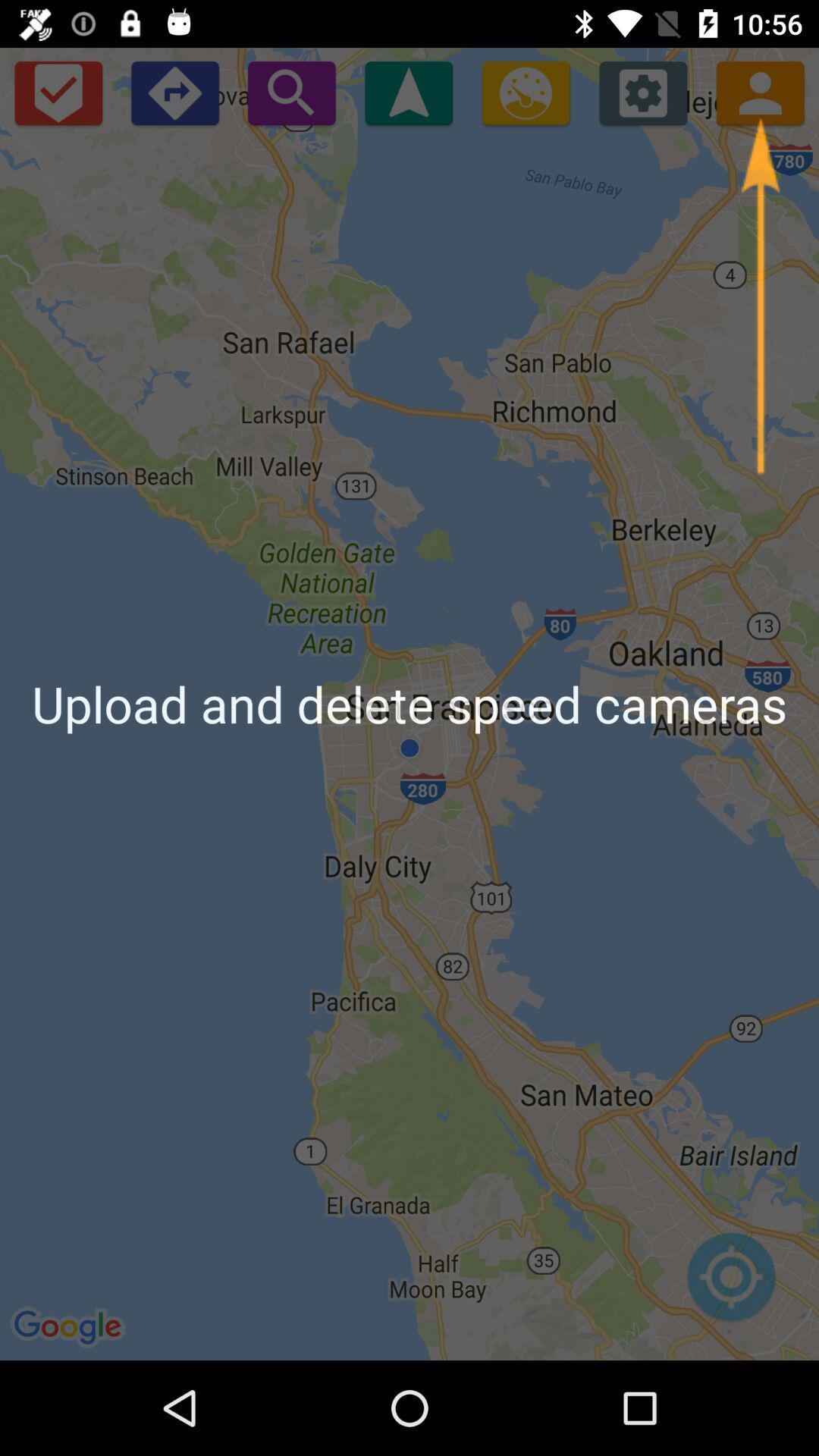 This screenshot has width=819, height=1456. I want to click on search a destination, so click(291, 92).